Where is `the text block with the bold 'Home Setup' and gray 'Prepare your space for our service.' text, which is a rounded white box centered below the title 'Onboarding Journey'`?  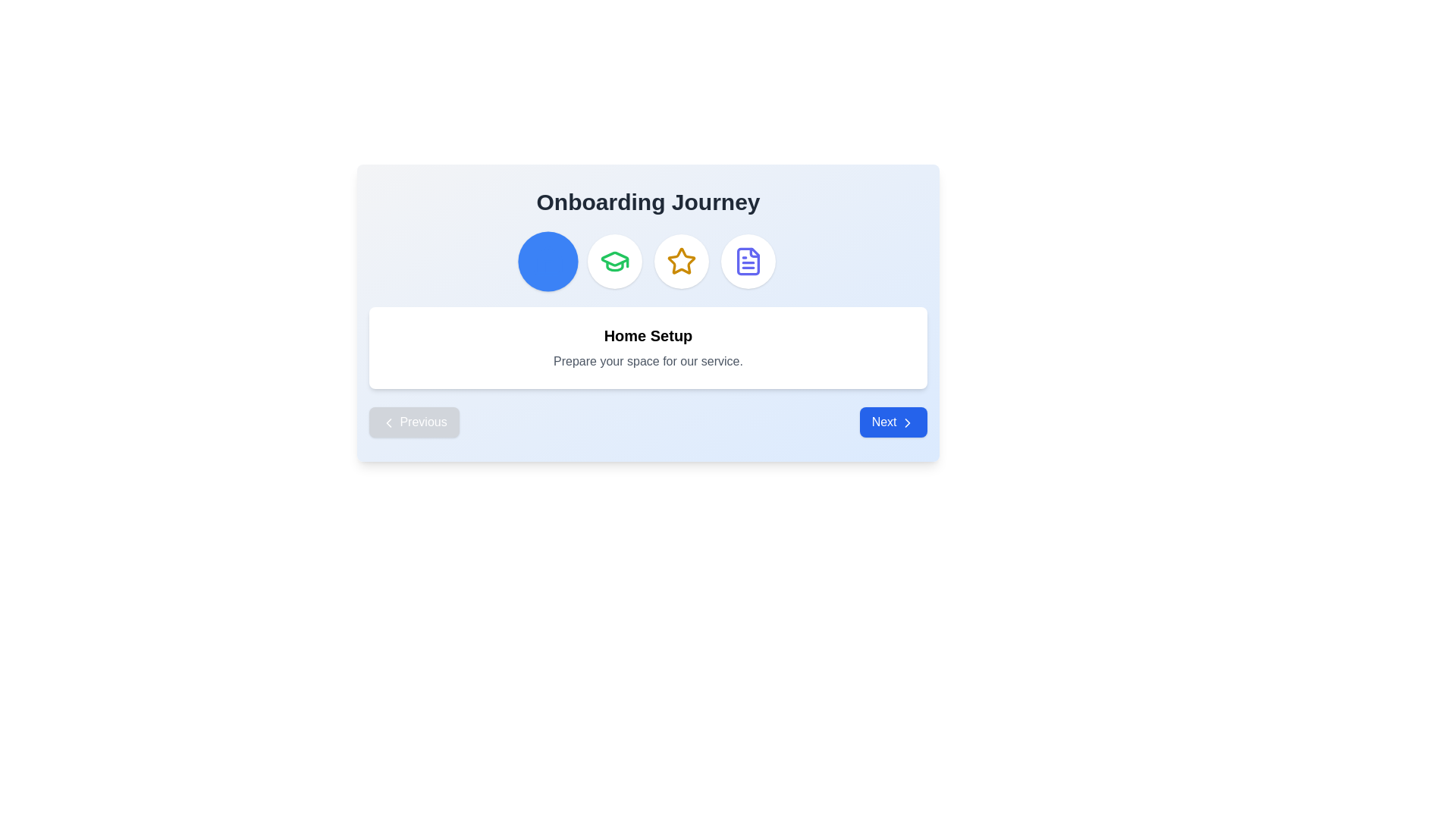
the text block with the bold 'Home Setup' and gray 'Prepare your space for our service.' text, which is a rounded white box centered below the title 'Onboarding Journey' is located at coordinates (648, 348).